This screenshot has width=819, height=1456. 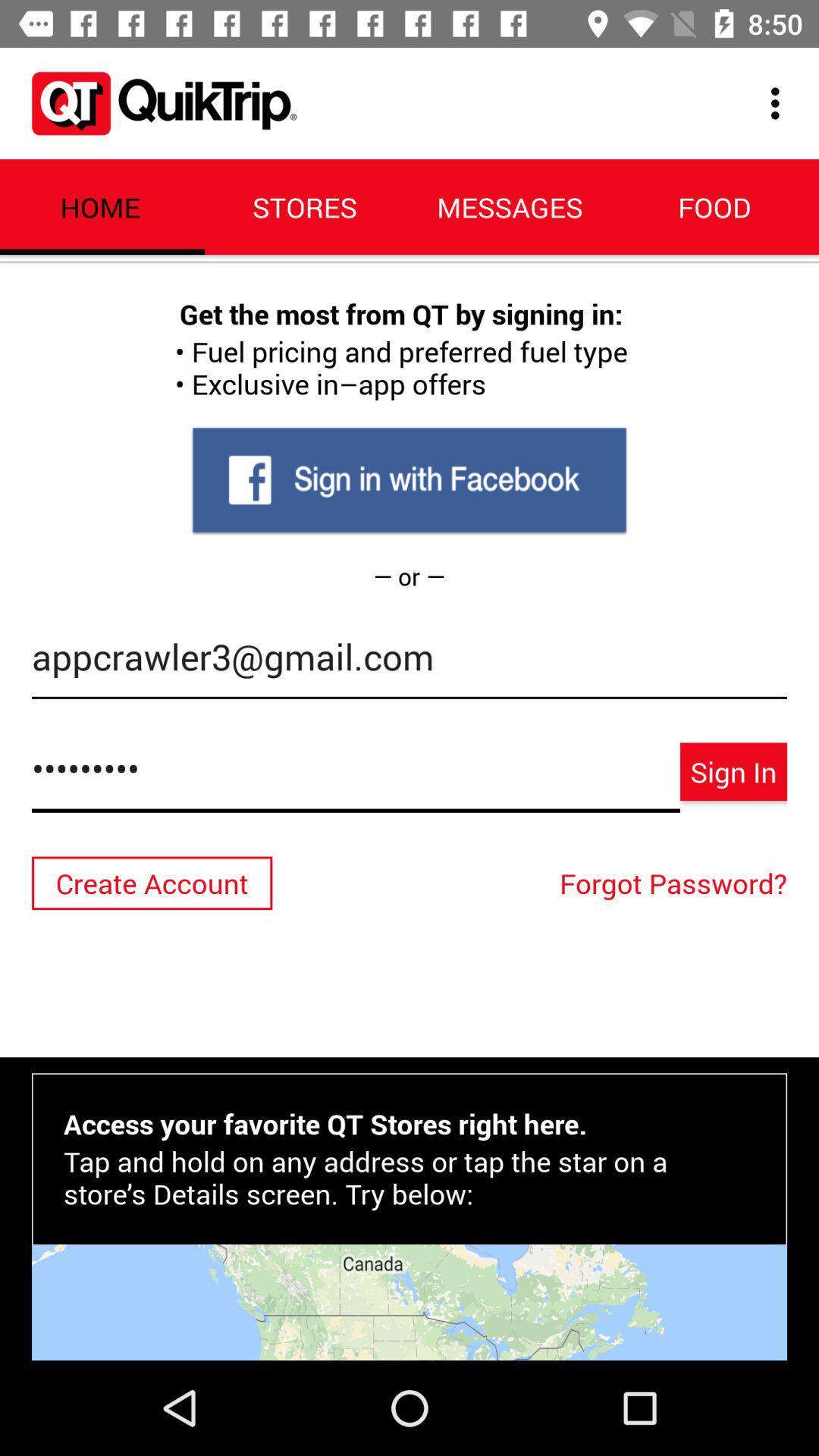 I want to click on icon below tap and hold item, so click(x=409, y=1301).